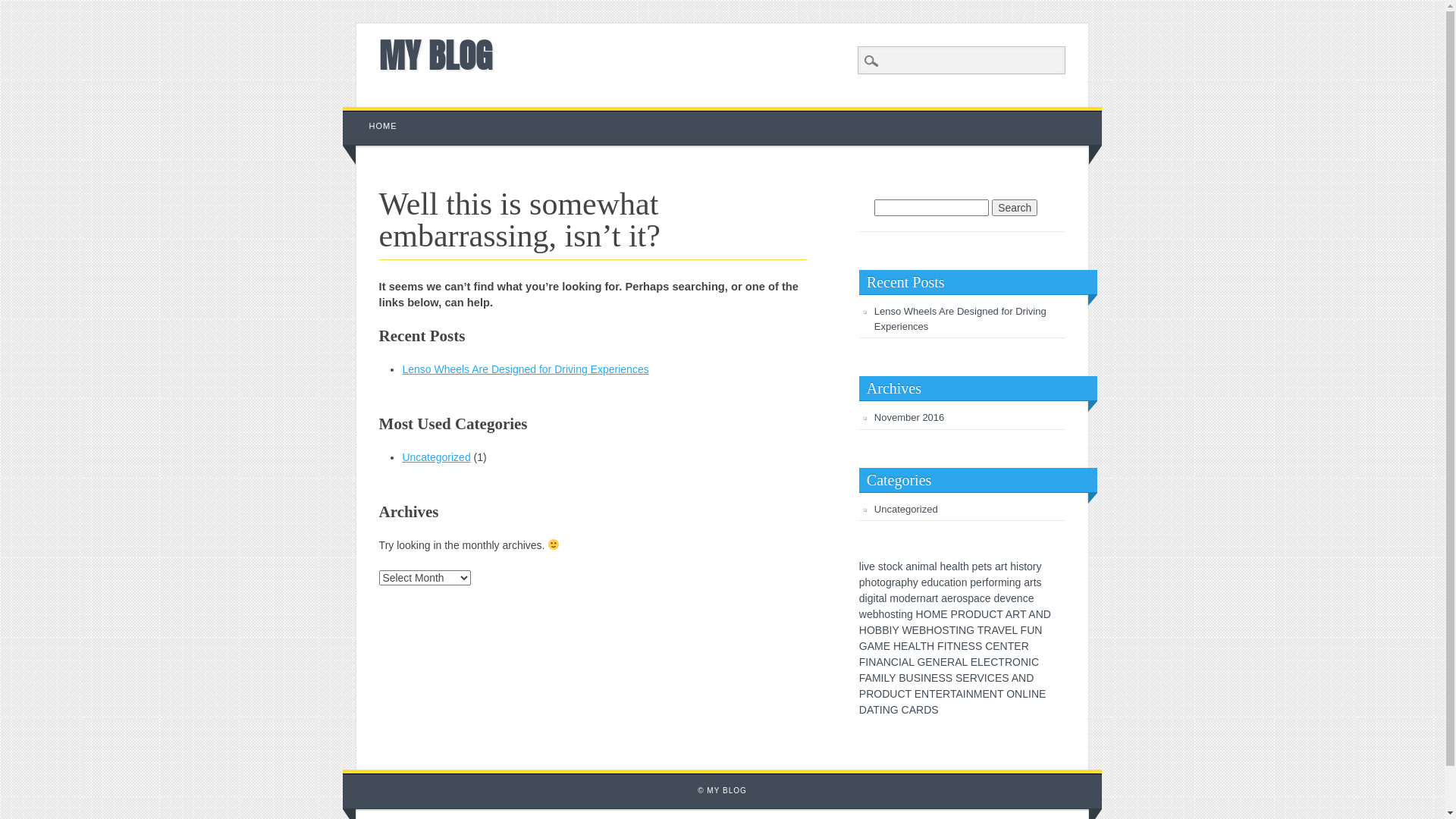  I want to click on 'E', so click(971, 661).